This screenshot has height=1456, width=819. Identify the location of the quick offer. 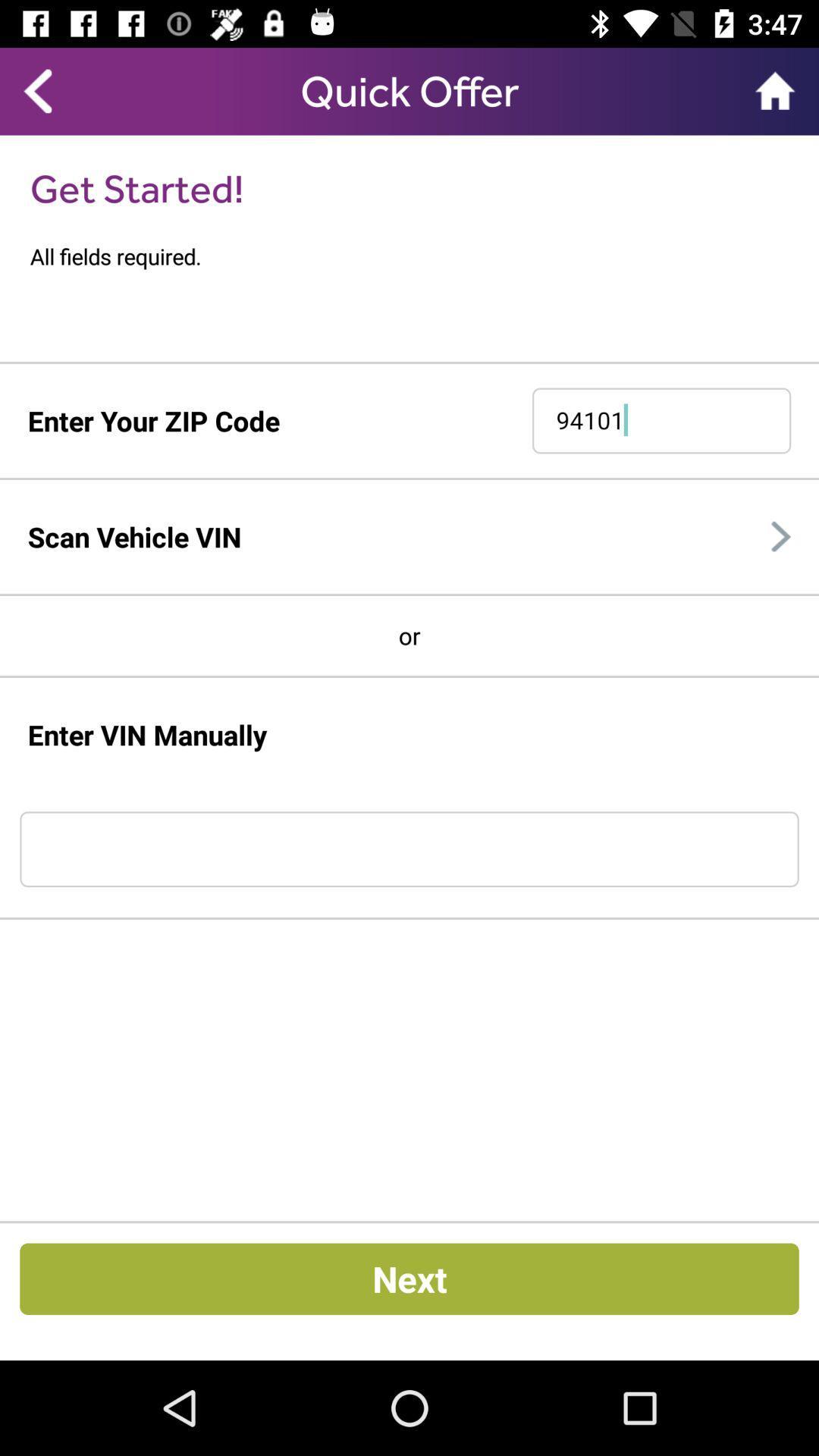
(409, 90).